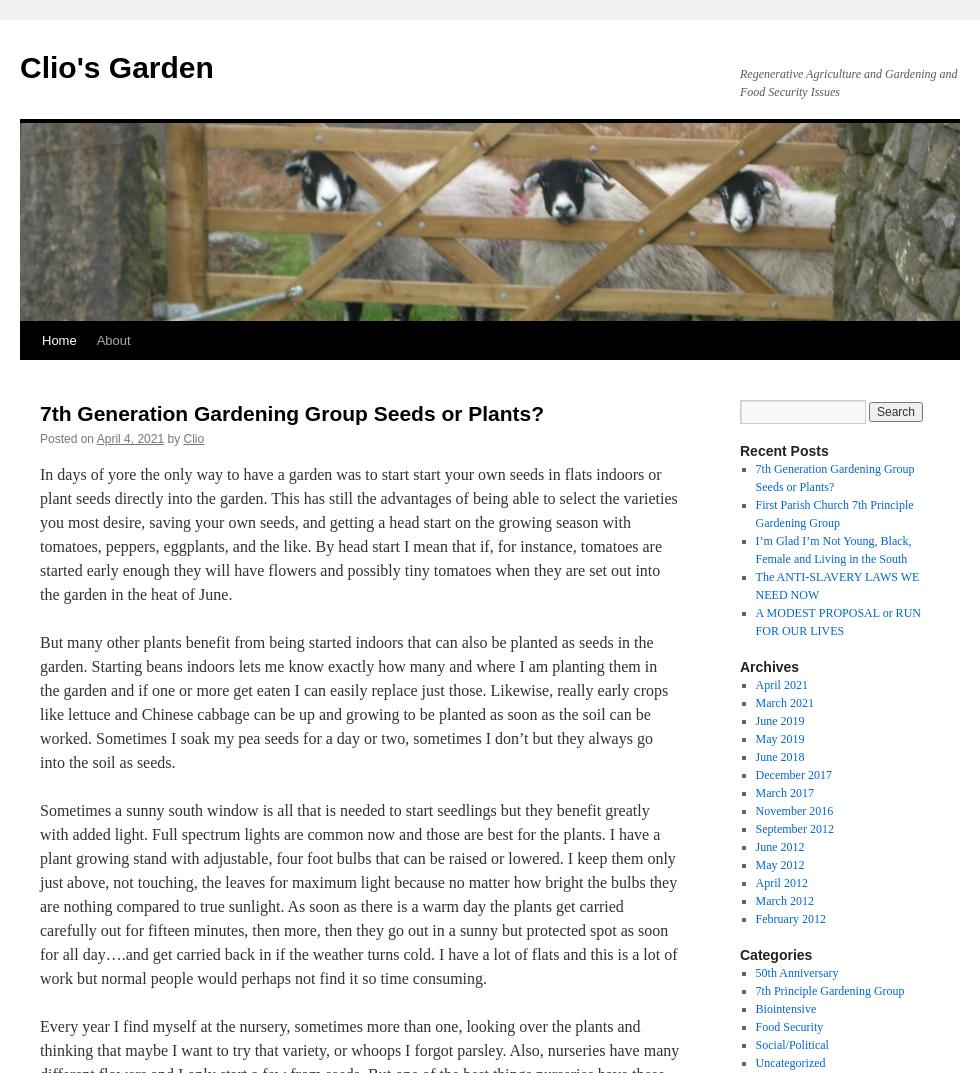 This screenshot has height=1073, width=980. What do you see at coordinates (784, 703) in the screenshot?
I see `'March 2021'` at bounding box center [784, 703].